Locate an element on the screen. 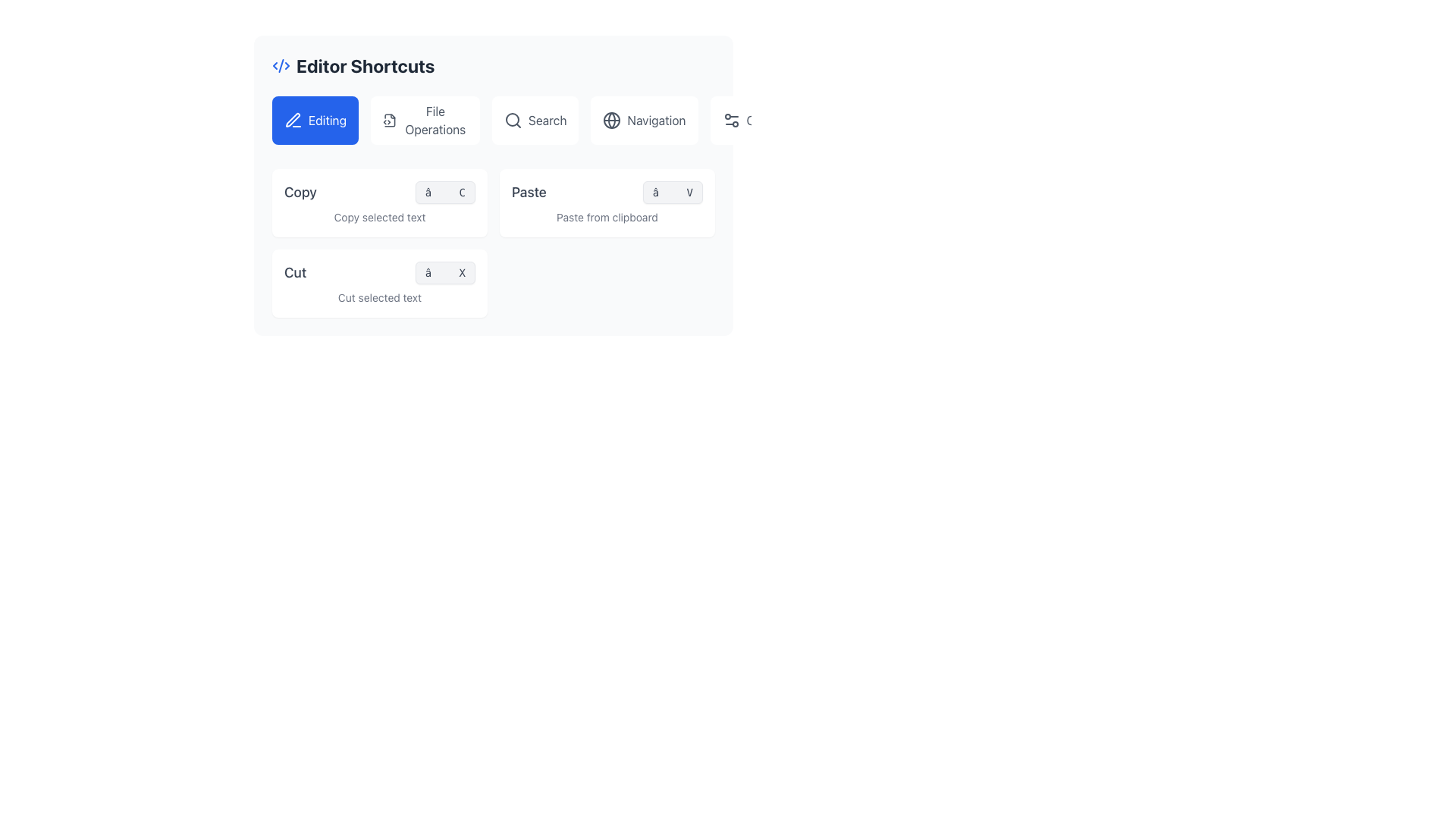  the small circle within the center of the magnifying glass icon located in the 'Search' button of the top toolbar is located at coordinates (513, 119).